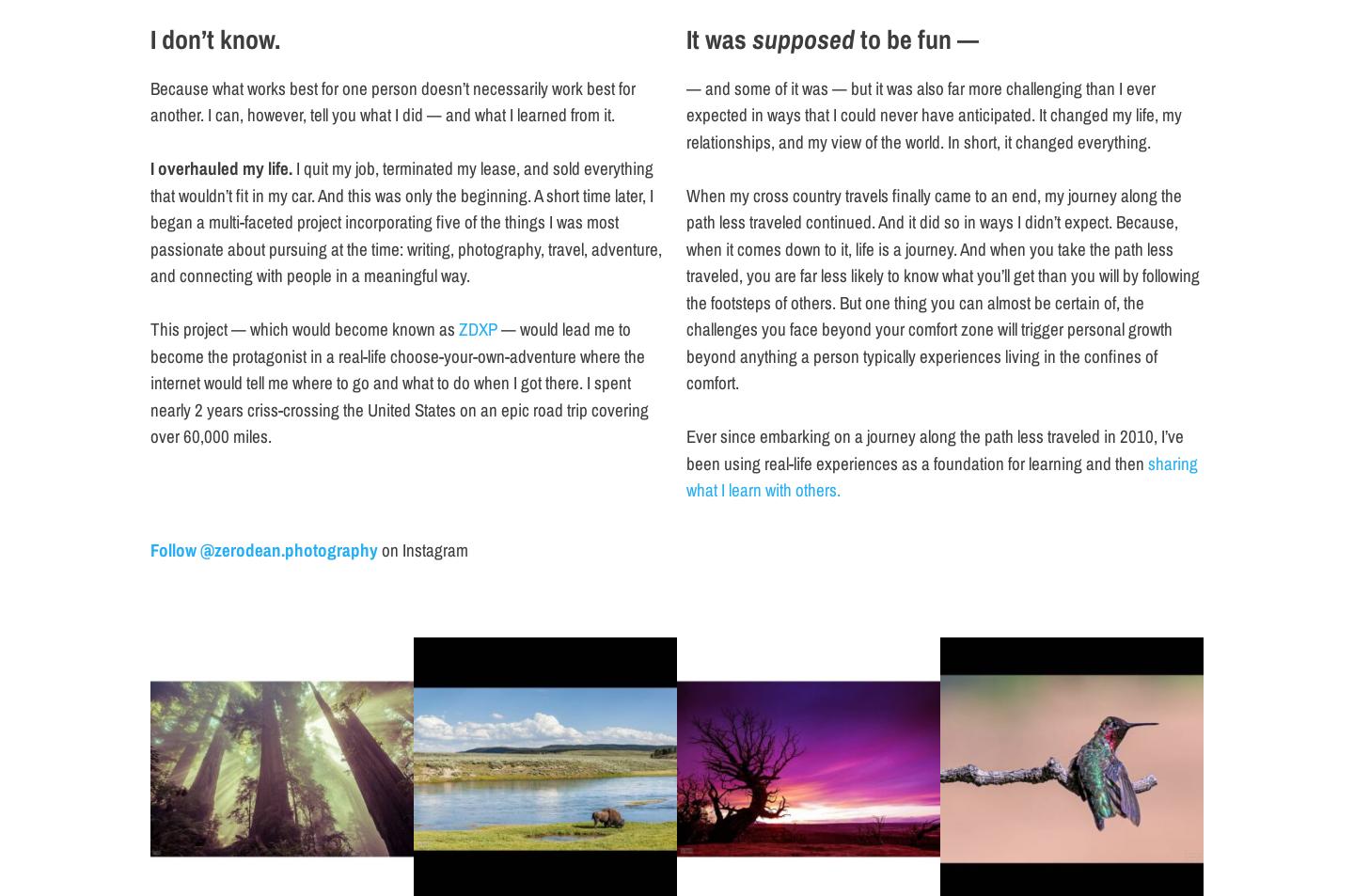 This screenshot has width=1354, height=896. What do you see at coordinates (399, 382) in the screenshot?
I see `'— would lead me to become the protagonist in a real-life choose-your-own-adventure where the internet would tell me where to go and what to do when I got there. I spent nearly 2 years criss-crossing the United States on an epic road trip covering over 60,000 miles.'` at bounding box center [399, 382].